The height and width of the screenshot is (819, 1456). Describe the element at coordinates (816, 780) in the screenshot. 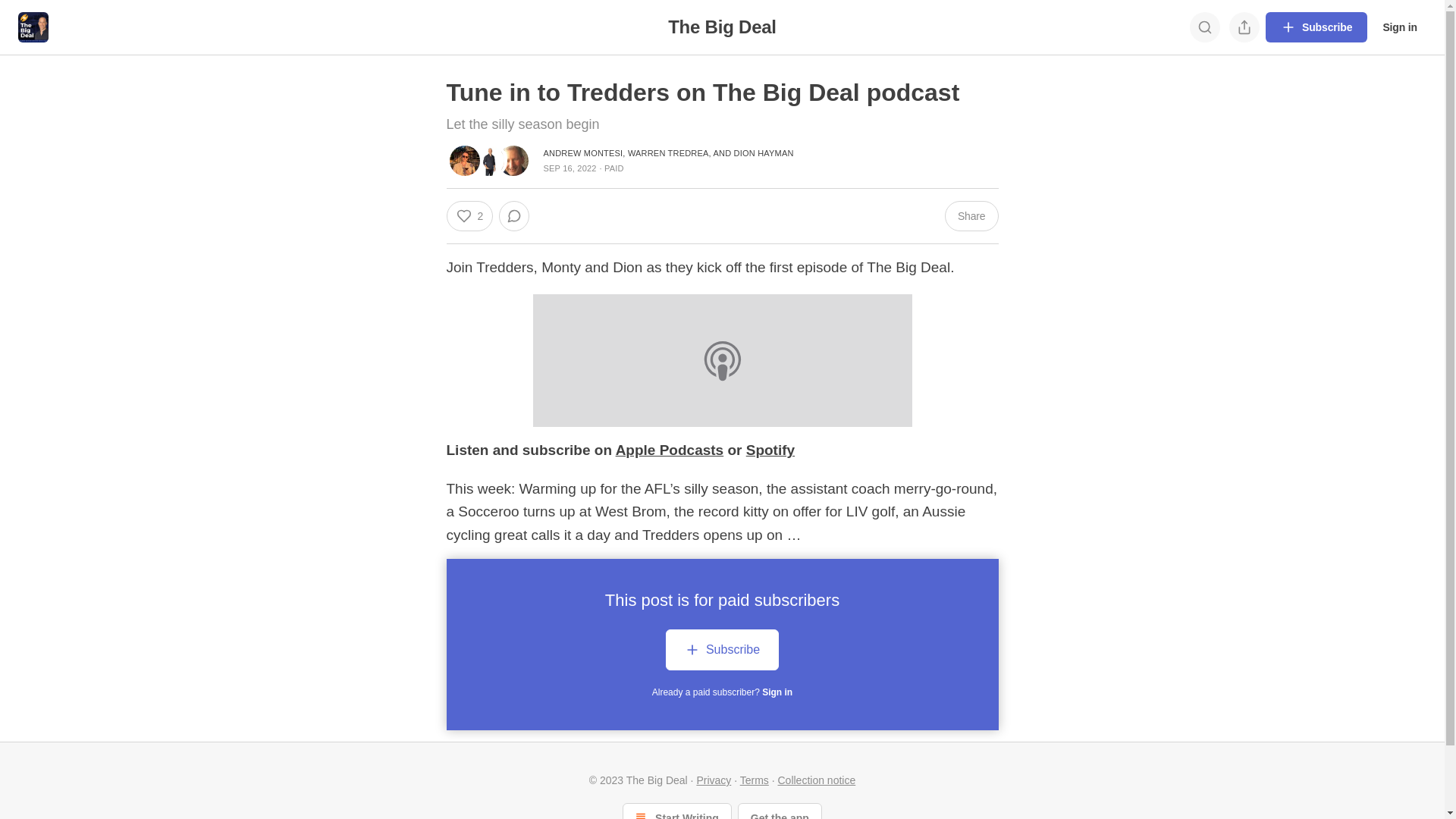

I see `'Collection notice'` at that location.